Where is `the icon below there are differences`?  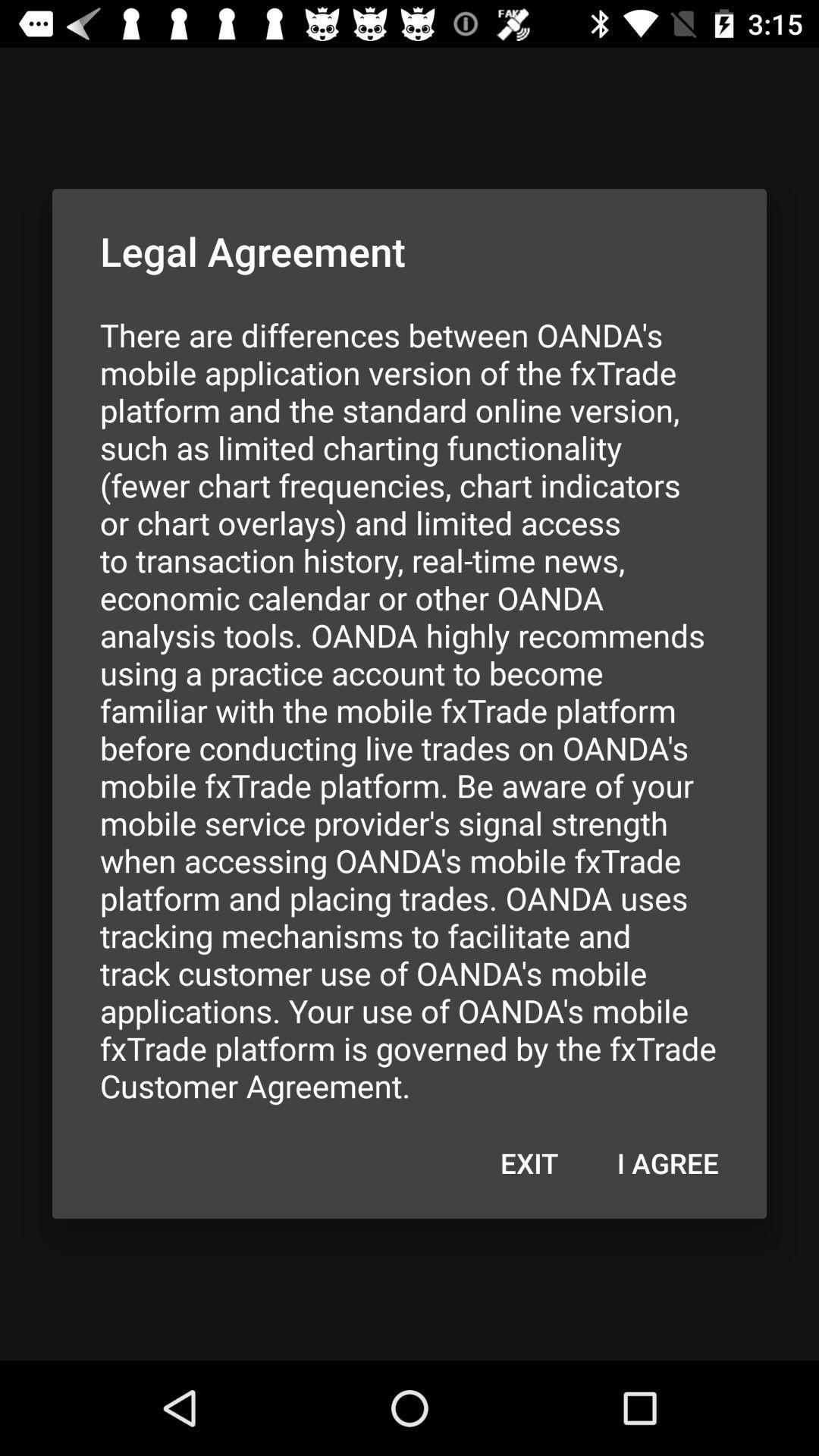
the icon below there are differences is located at coordinates (529, 1162).